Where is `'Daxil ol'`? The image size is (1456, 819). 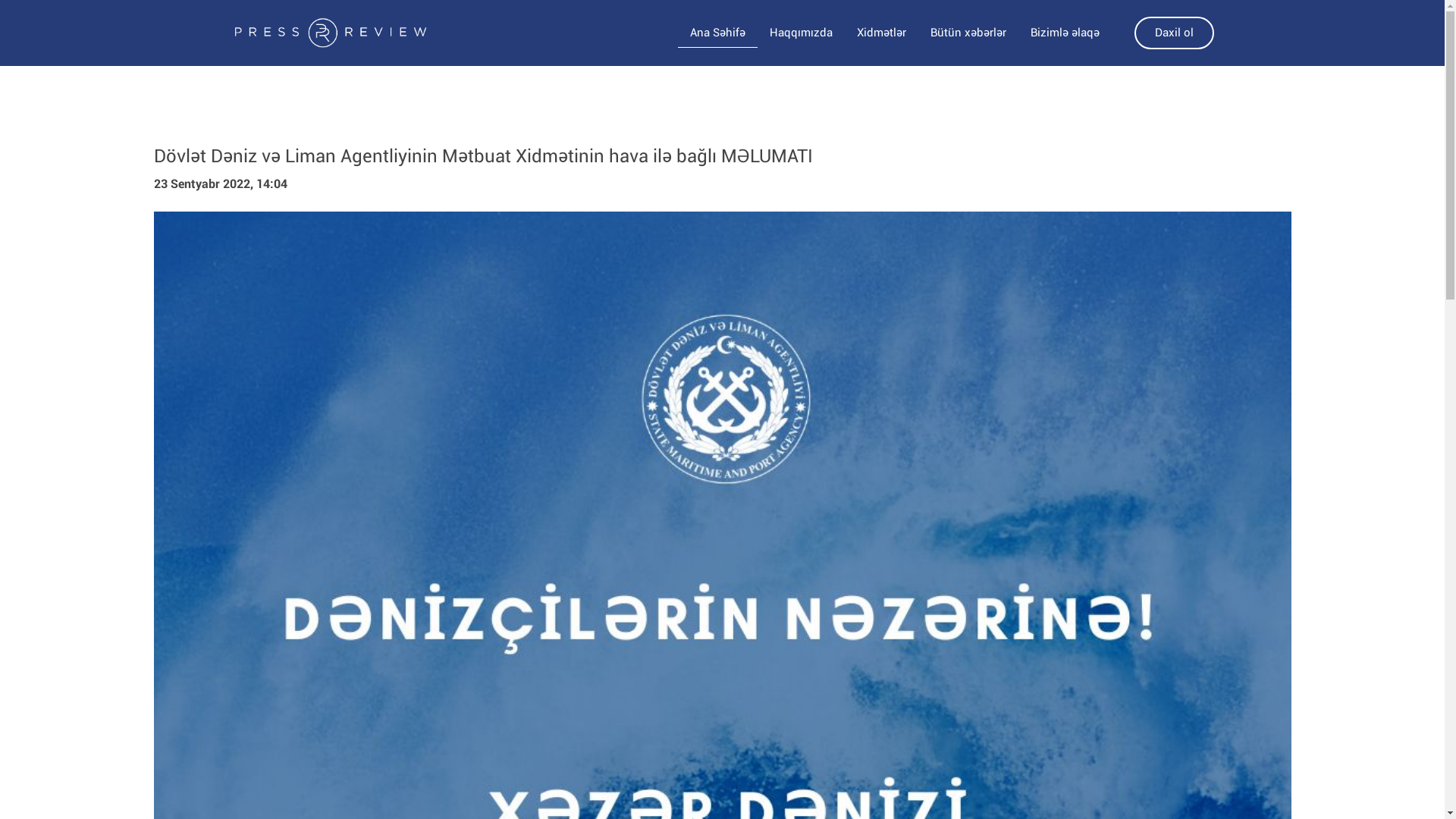 'Daxil ol' is located at coordinates (1134, 33).